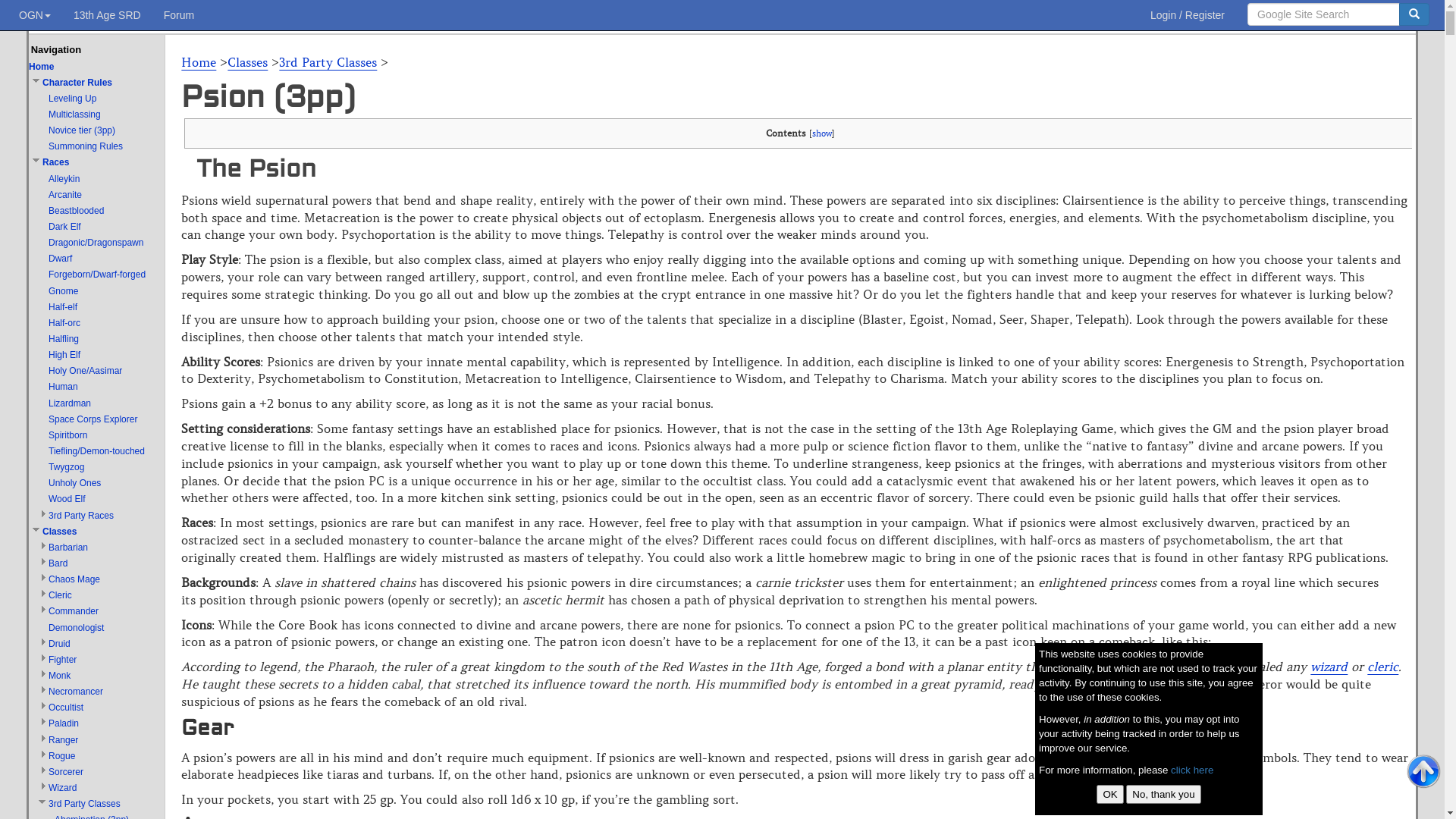 Image resolution: width=1456 pixels, height=819 pixels. I want to click on 'Sorcerer', so click(64, 772).